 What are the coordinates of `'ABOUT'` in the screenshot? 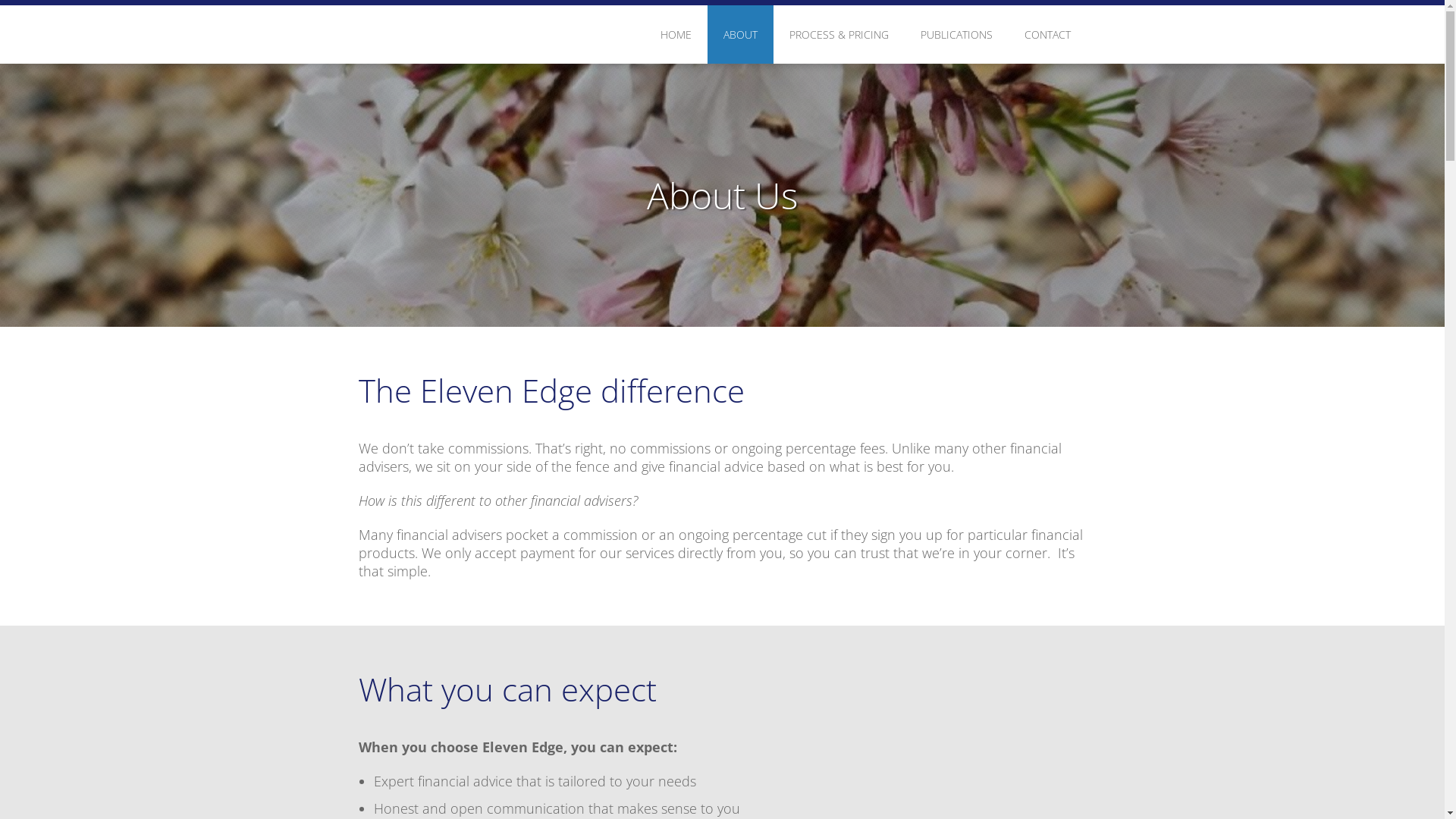 It's located at (739, 34).